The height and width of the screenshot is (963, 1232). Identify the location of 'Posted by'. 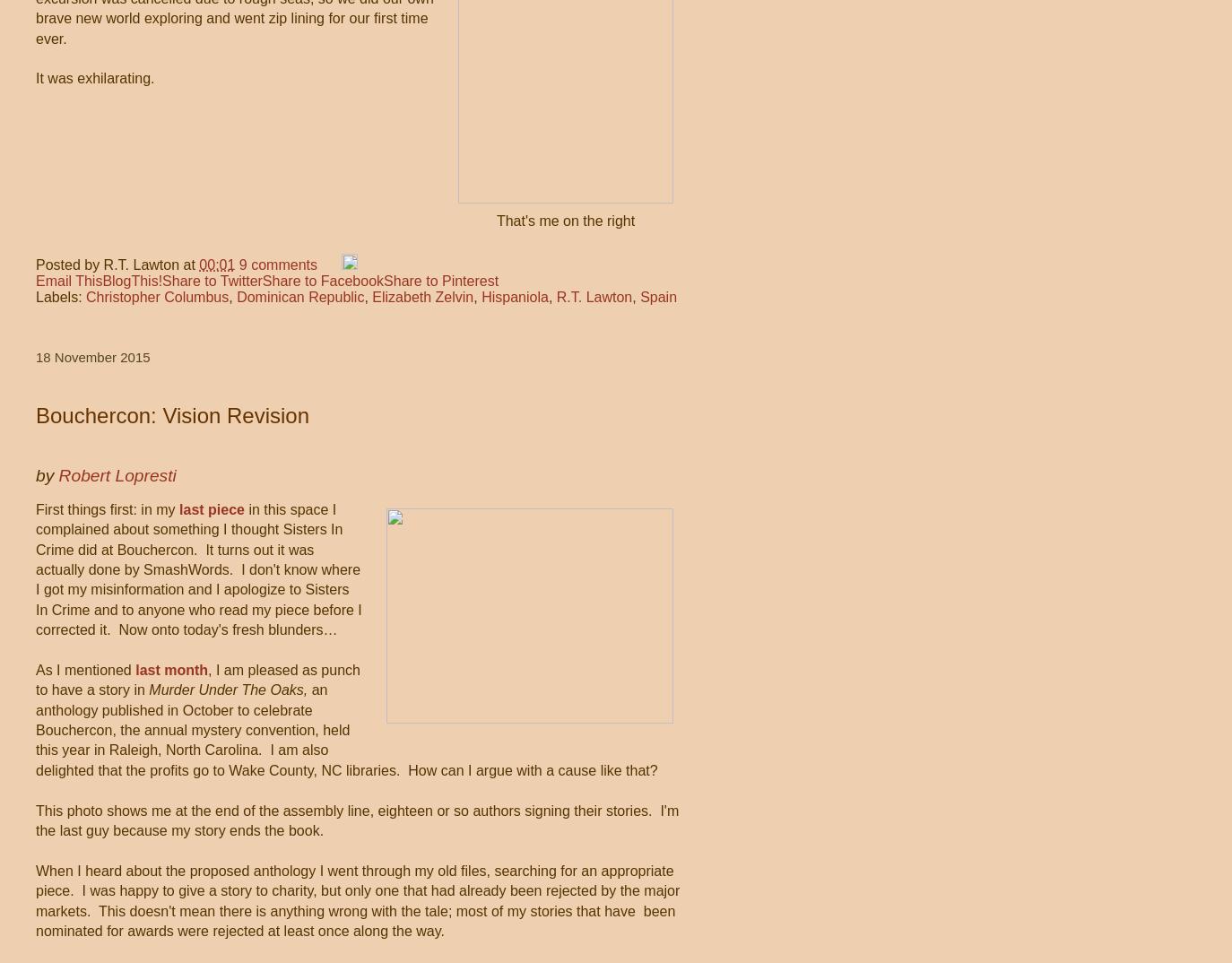
(68, 264).